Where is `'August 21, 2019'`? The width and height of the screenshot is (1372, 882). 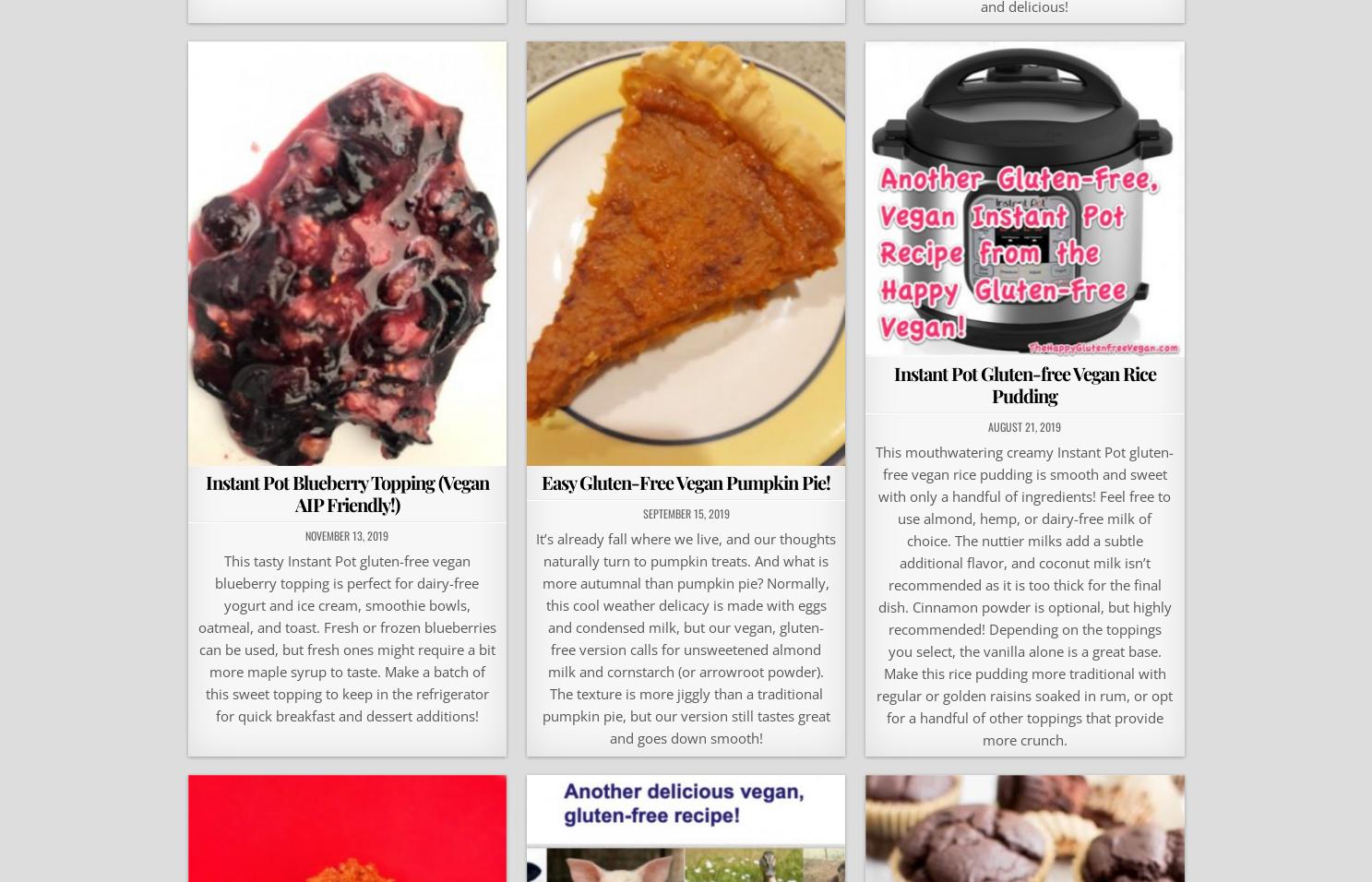 'August 21, 2019' is located at coordinates (1023, 425).